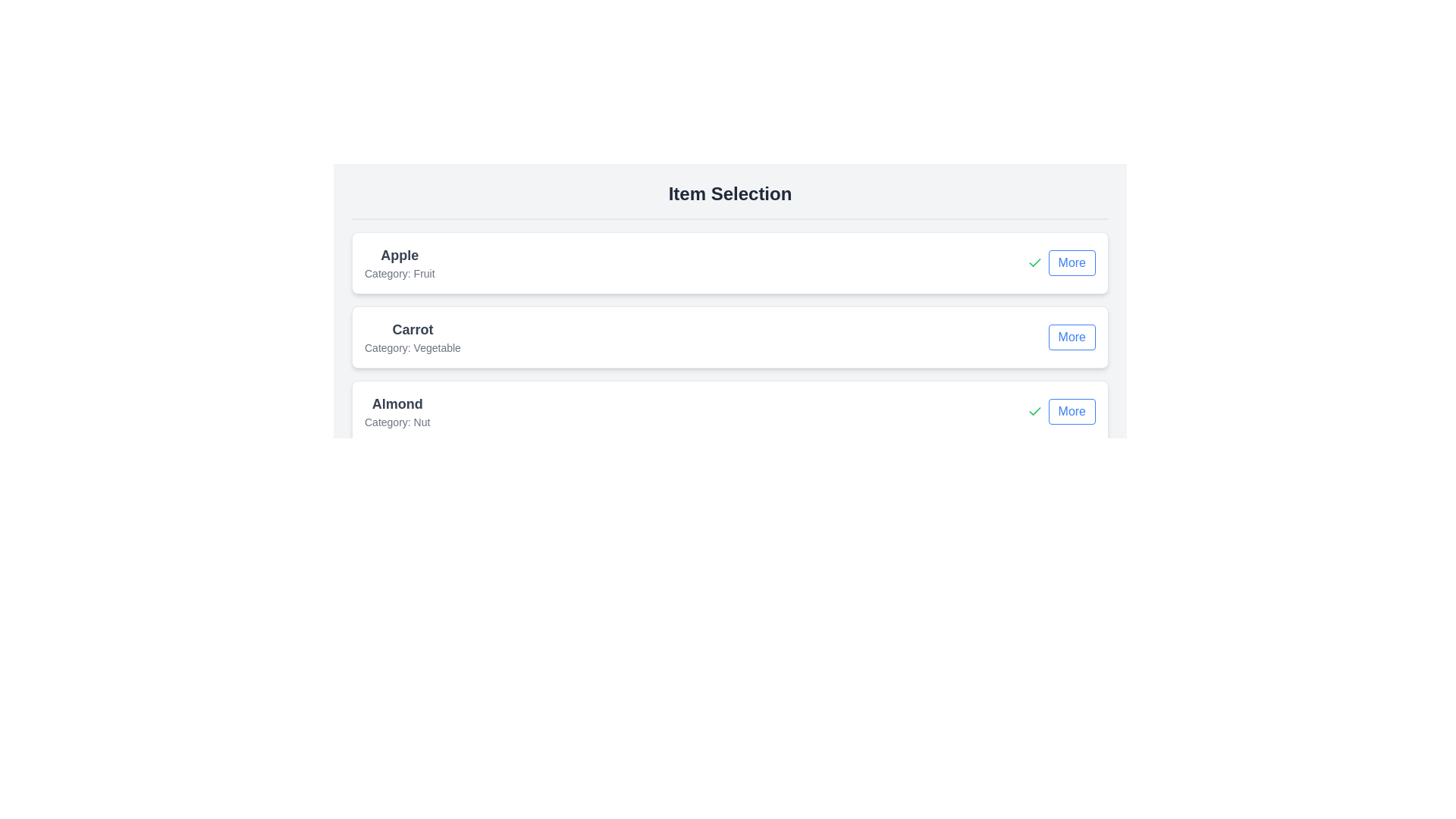 Image resolution: width=1456 pixels, height=819 pixels. Describe the element at coordinates (400, 254) in the screenshot. I see `the label that identifies the topmost selectable item in the categorized list, positioned above the text 'Category: Fruit'` at that location.